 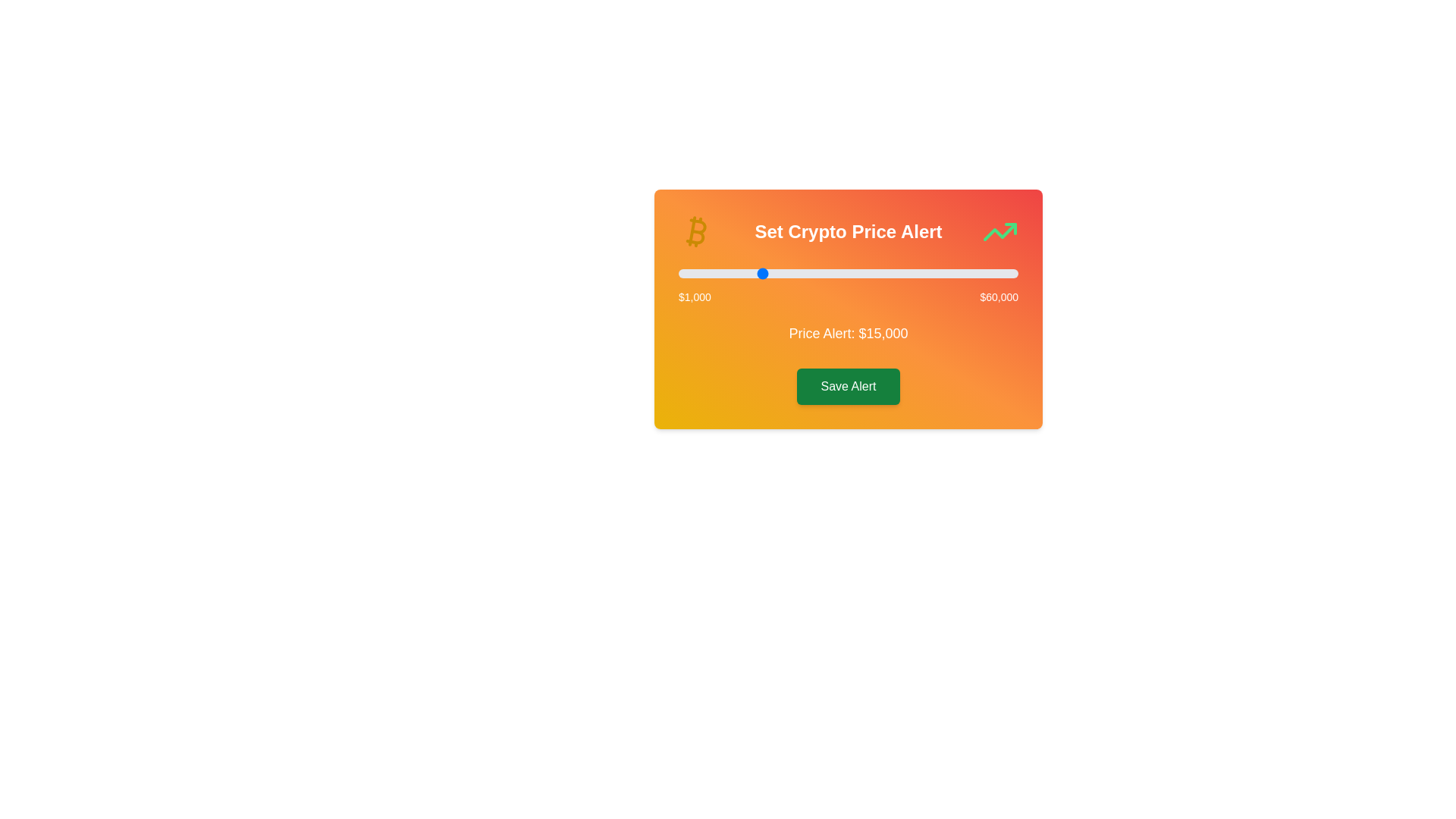 What do you see at coordinates (839, 274) in the screenshot?
I see `the slider to set the alert value to 29158` at bounding box center [839, 274].